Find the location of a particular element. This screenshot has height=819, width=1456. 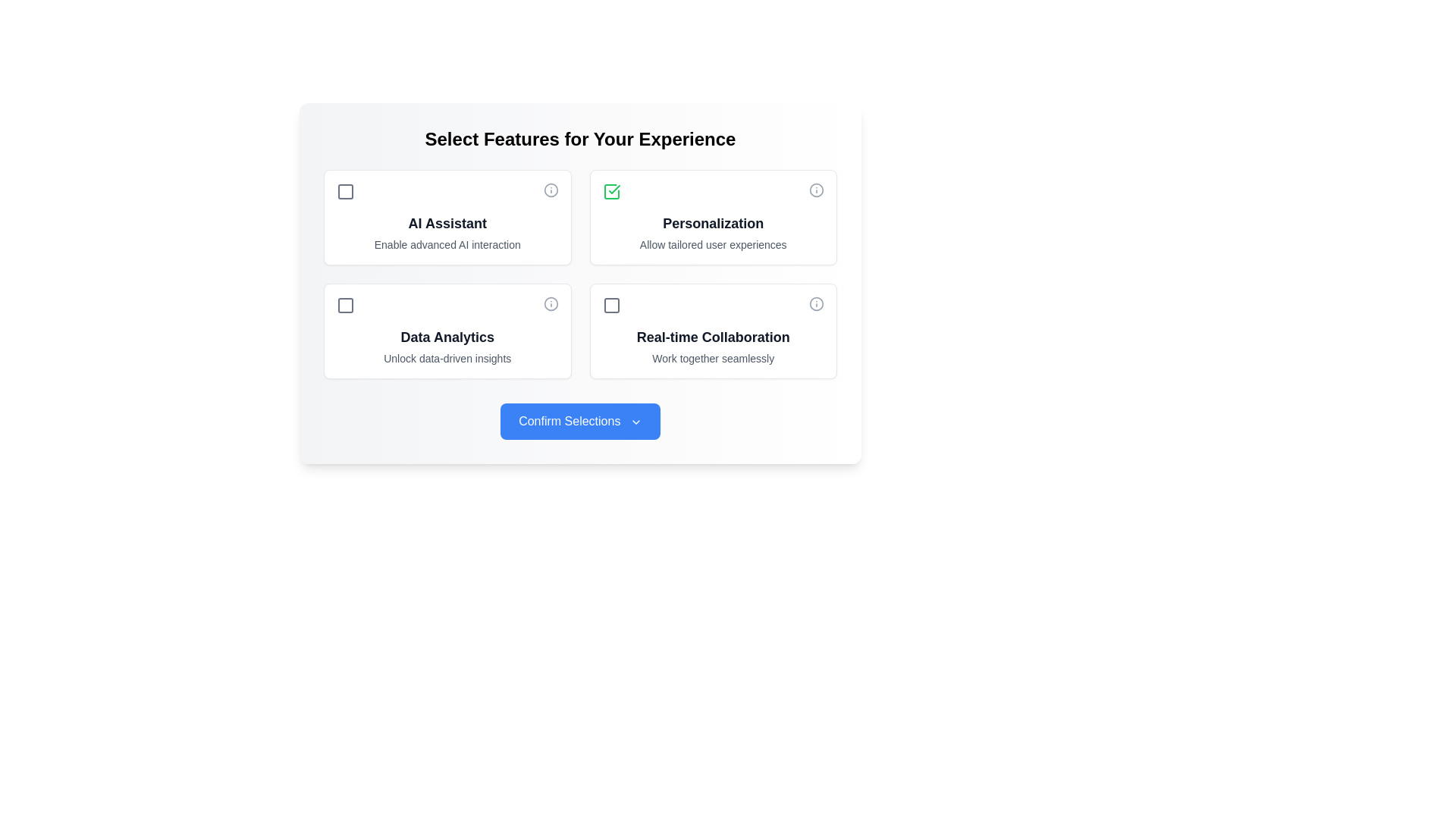

the Informational Icon, which is an outlined circular shape with a central dot, located to the right of the 'Personalization' label is located at coordinates (815, 189).